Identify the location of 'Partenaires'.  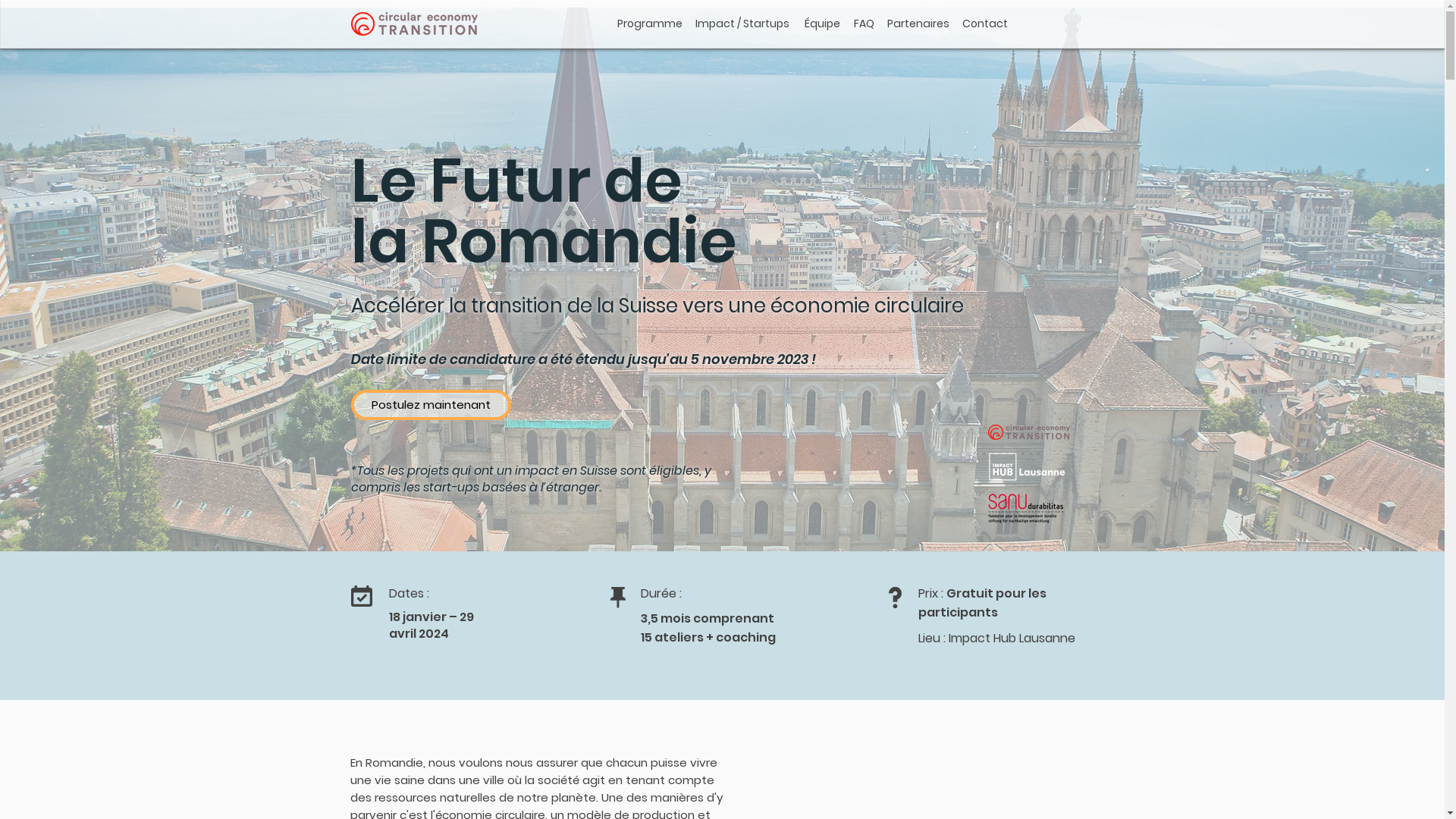
(917, 23).